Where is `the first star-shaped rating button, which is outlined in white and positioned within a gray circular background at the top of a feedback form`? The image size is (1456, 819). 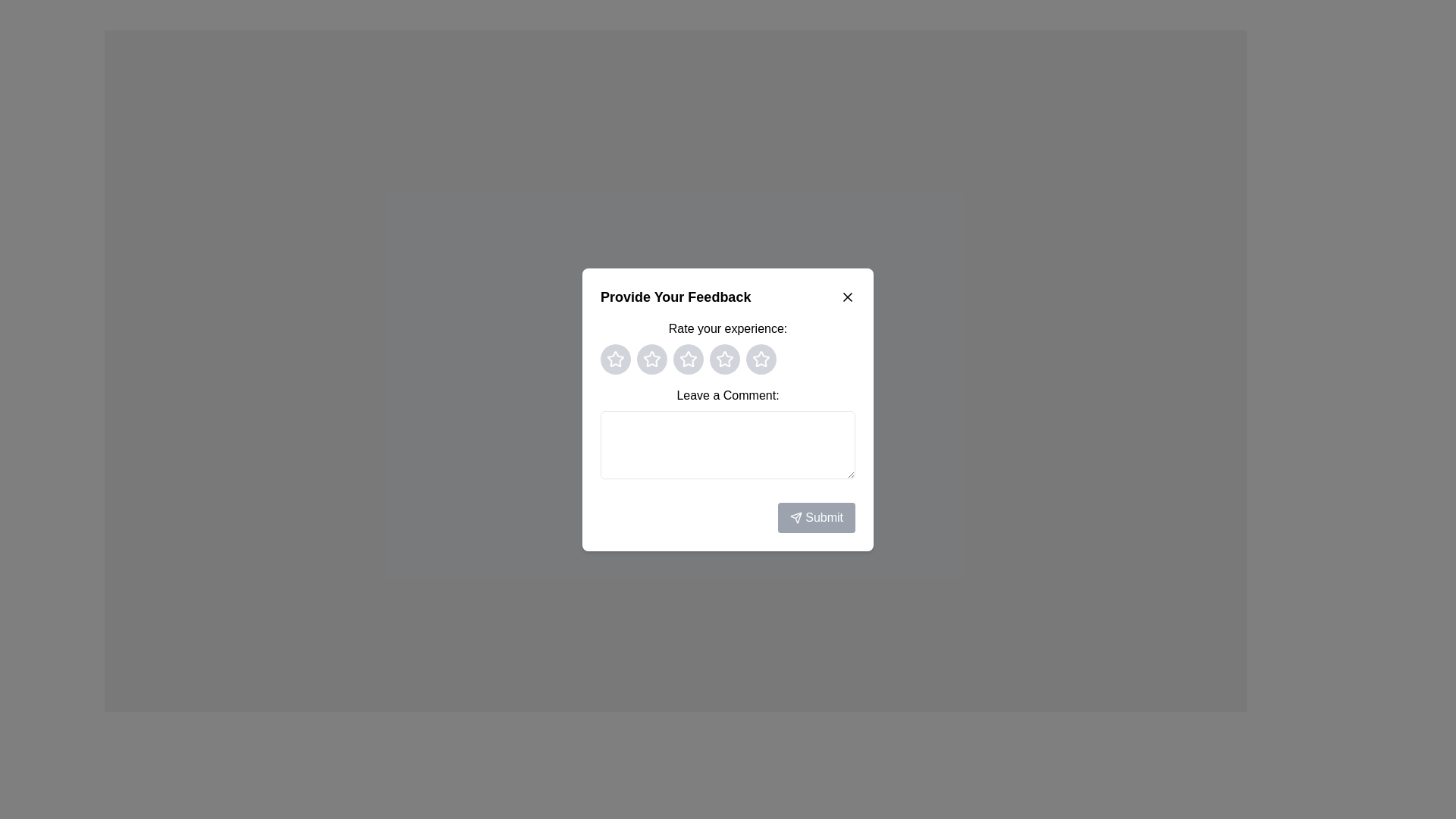 the first star-shaped rating button, which is outlined in white and positioned within a gray circular background at the top of a feedback form is located at coordinates (615, 359).